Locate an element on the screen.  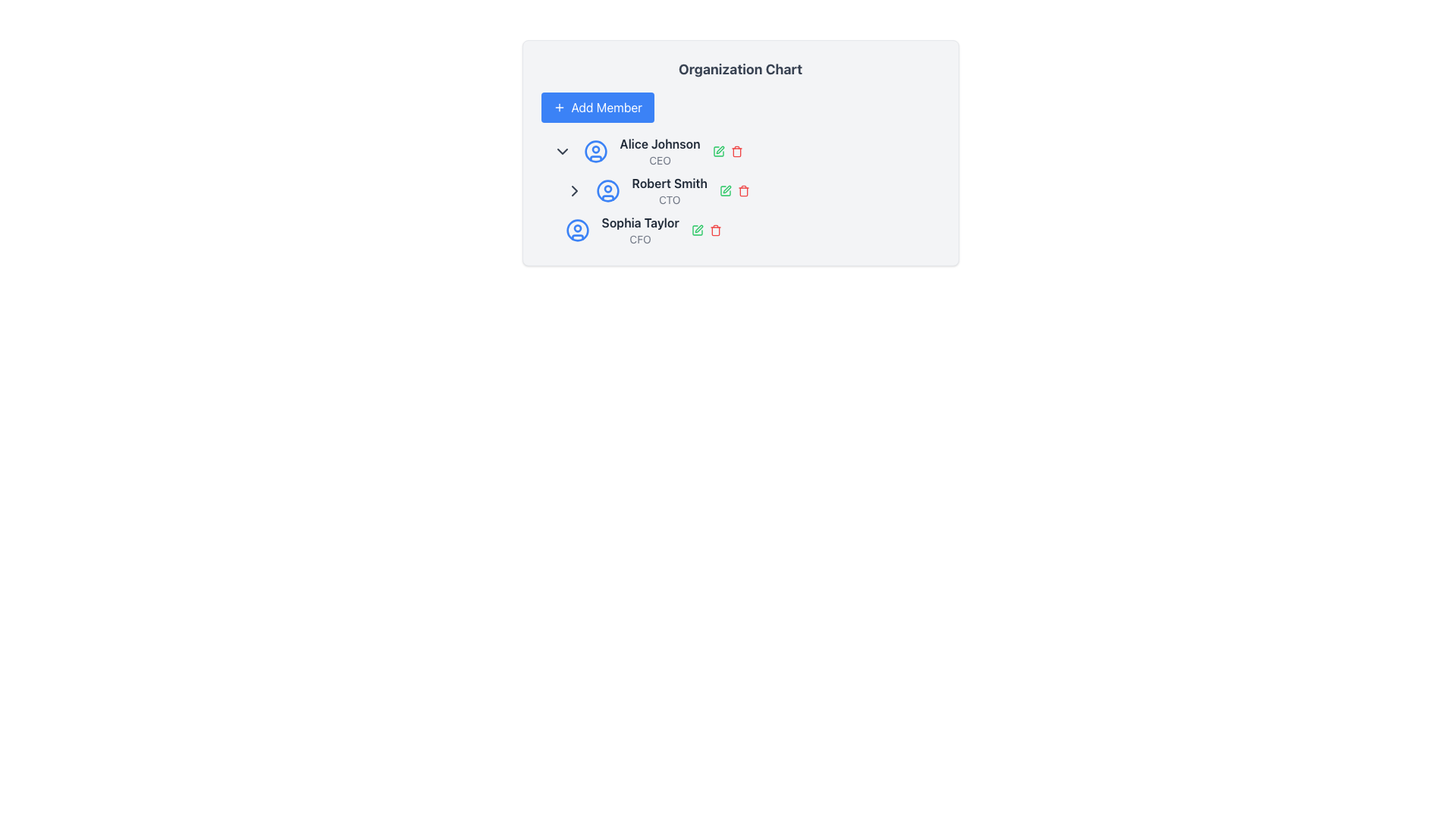
the static text label indicating the role of 'Sophia Taylor' as CFO within the organizational chart, located directly underneath her name and adjacent to the editing and deleting icons is located at coordinates (640, 239).